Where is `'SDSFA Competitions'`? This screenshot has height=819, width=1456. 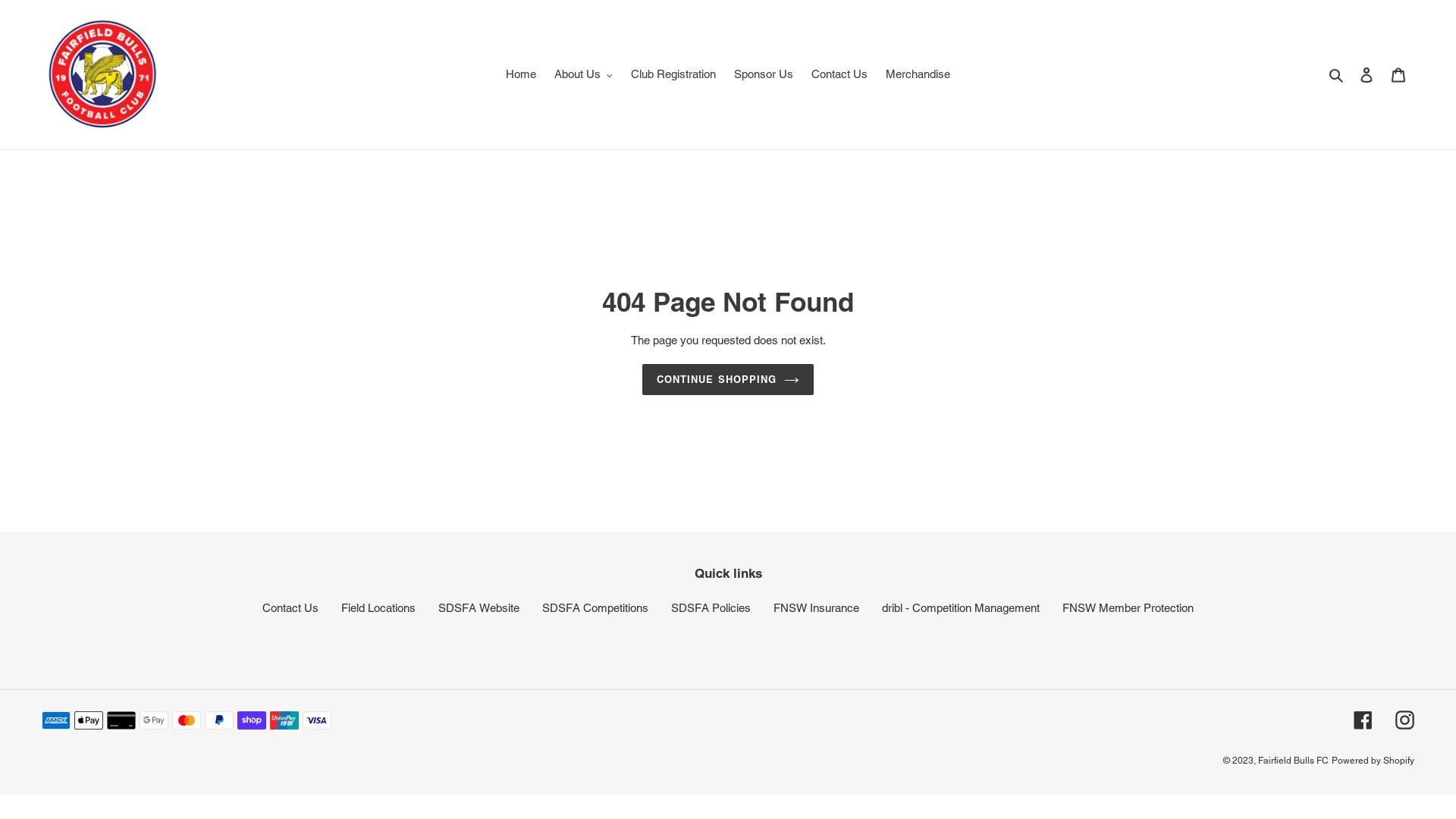
'SDSFA Competitions' is located at coordinates (595, 607).